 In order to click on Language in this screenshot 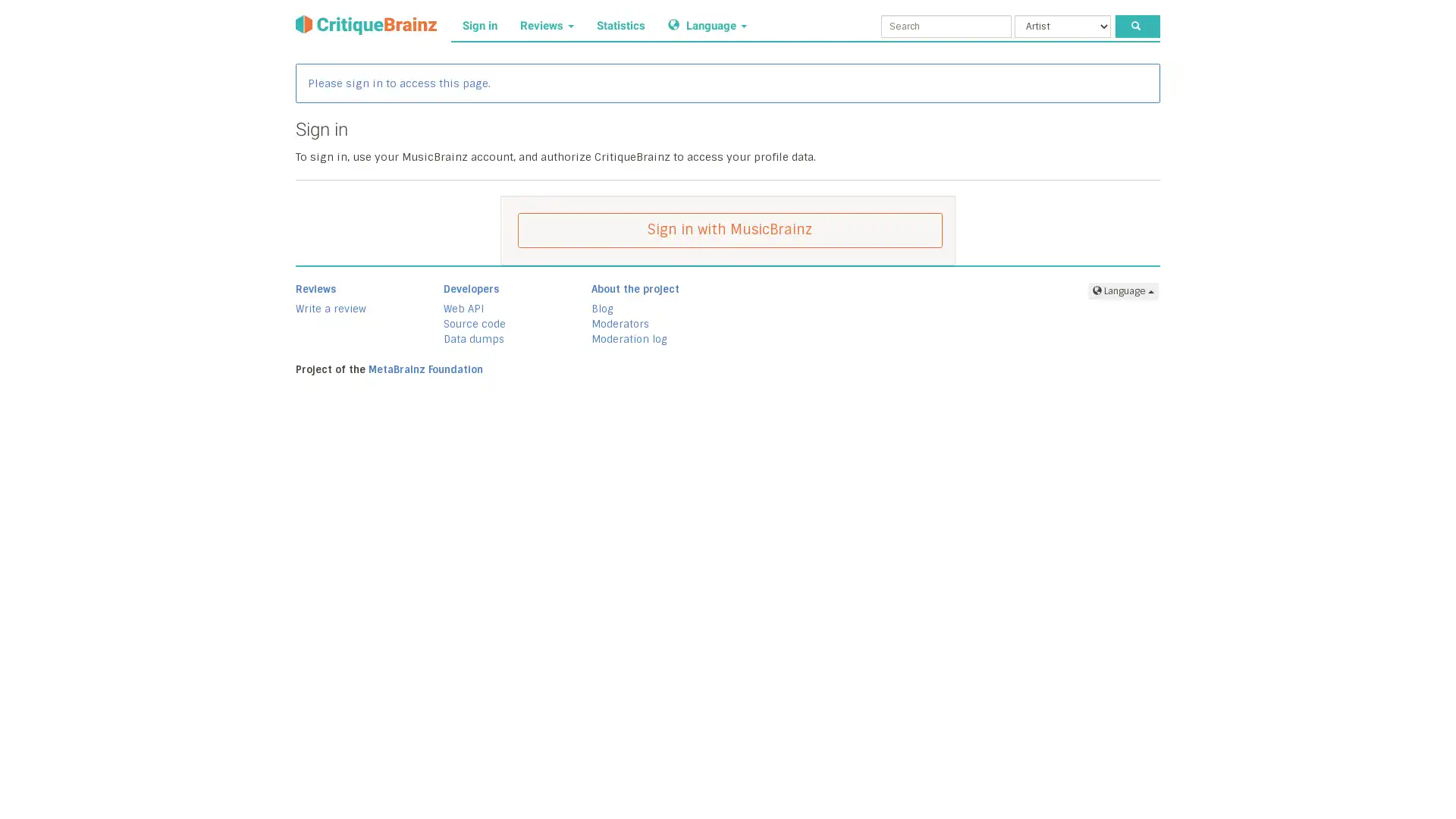, I will do `click(1123, 291)`.